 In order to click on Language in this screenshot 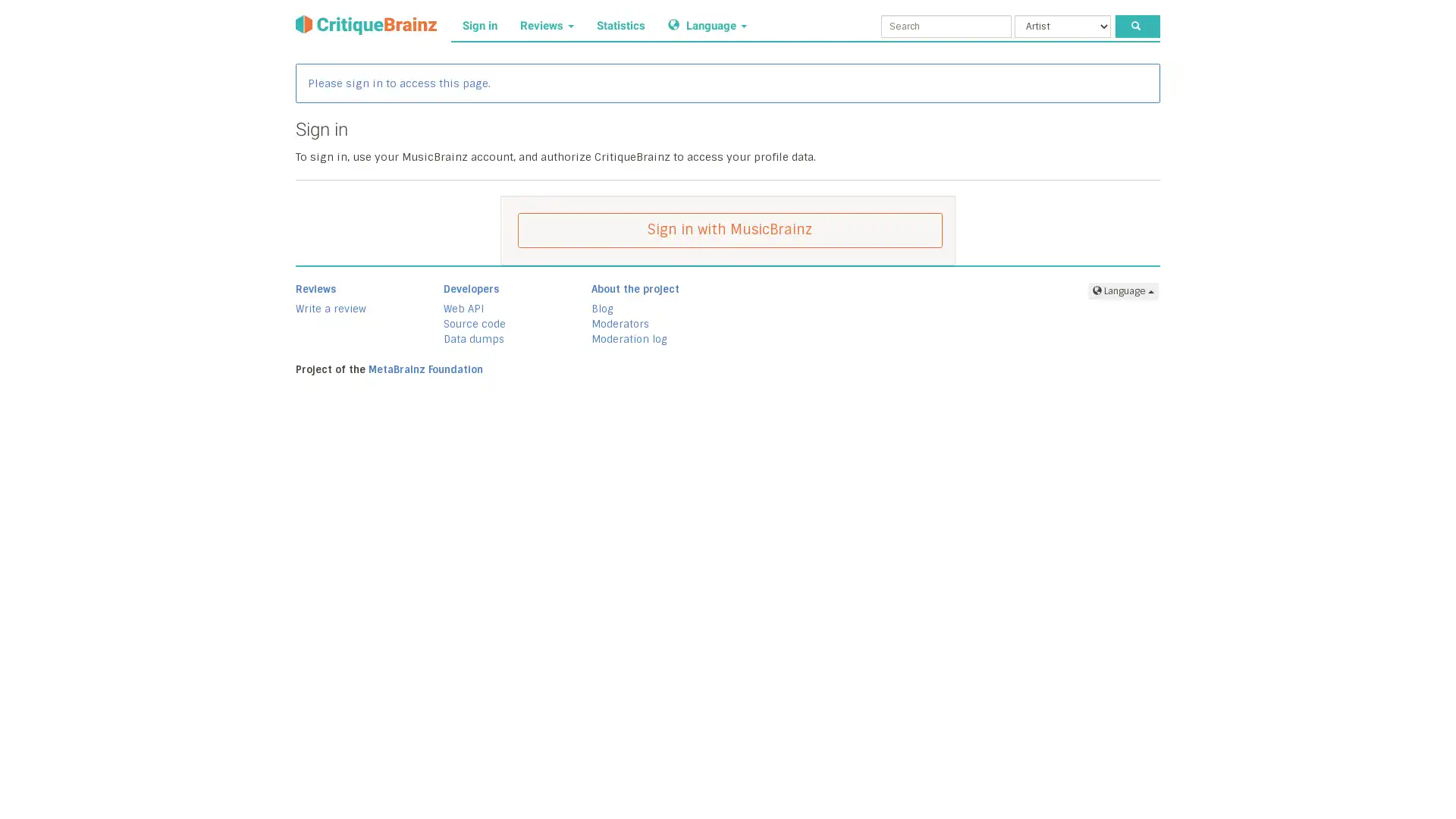, I will do `click(1123, 291)`.